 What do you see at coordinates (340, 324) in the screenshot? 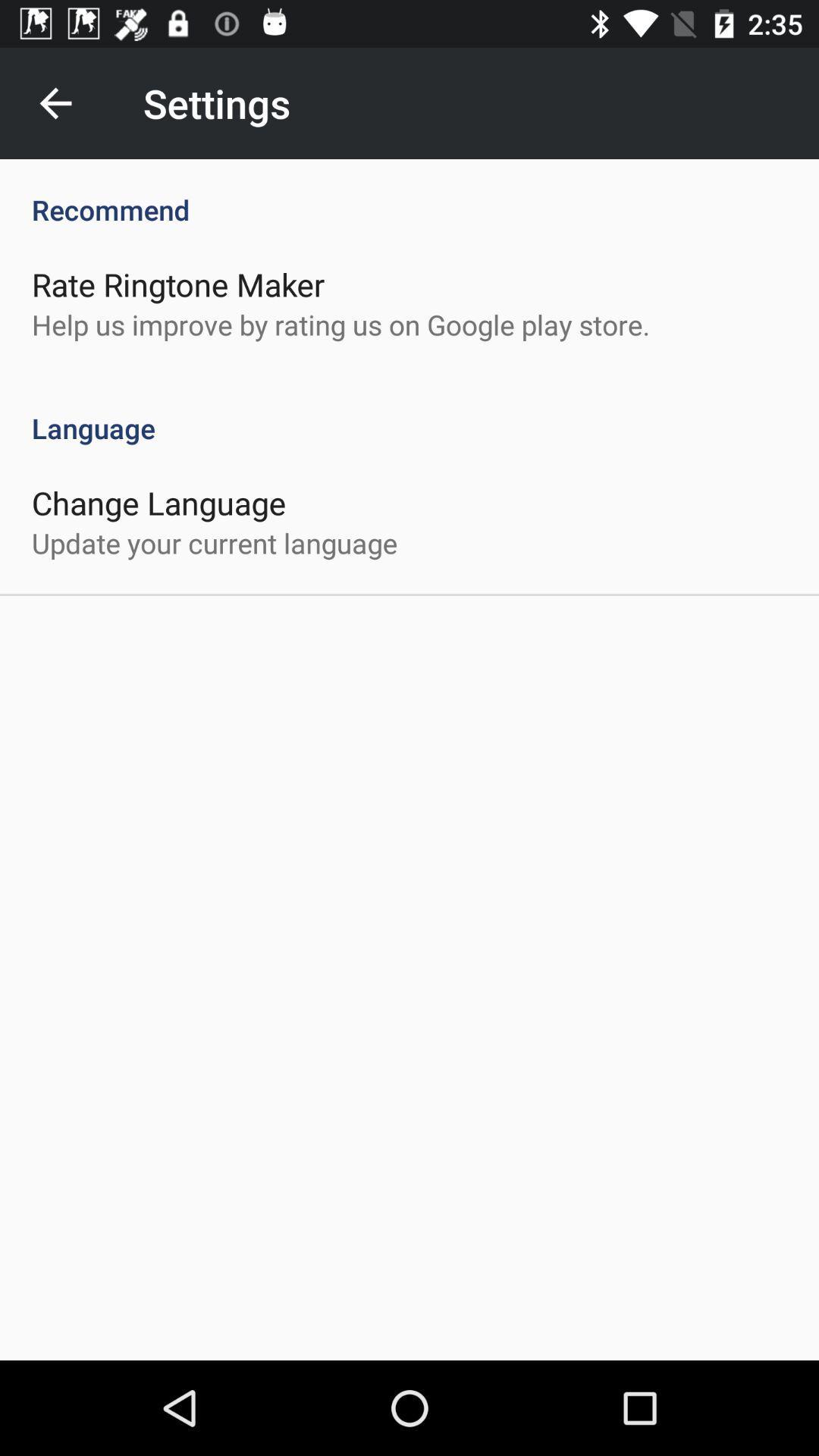
I see `the help us improve item` at bounding box center [340, 324].